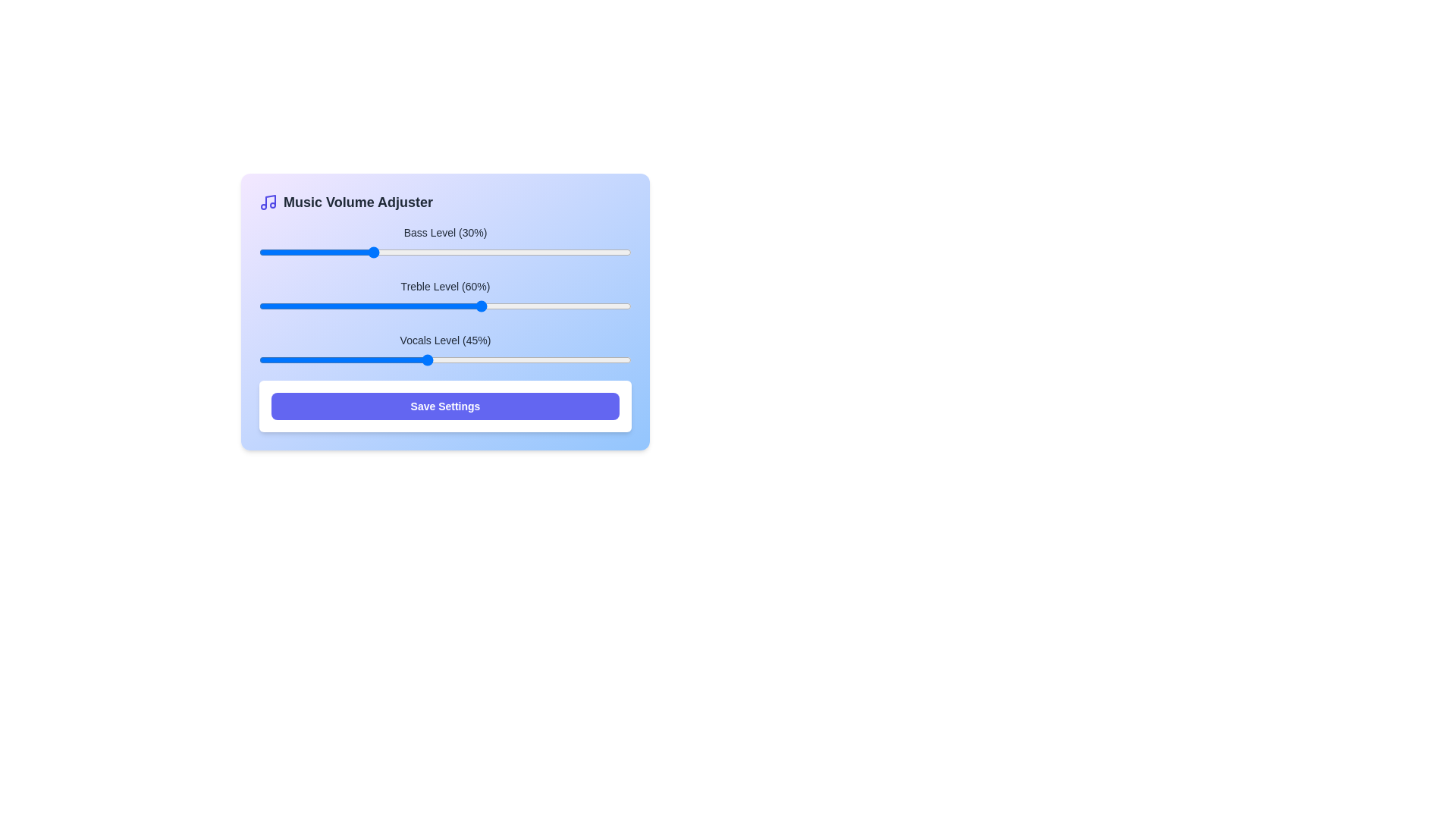 Image resolution: width=1456 pixels, height=819 pixels. What do you see at coordinates (318, 251) in the screenshot?
I see `the bass level` at bounding box center [318, 251].